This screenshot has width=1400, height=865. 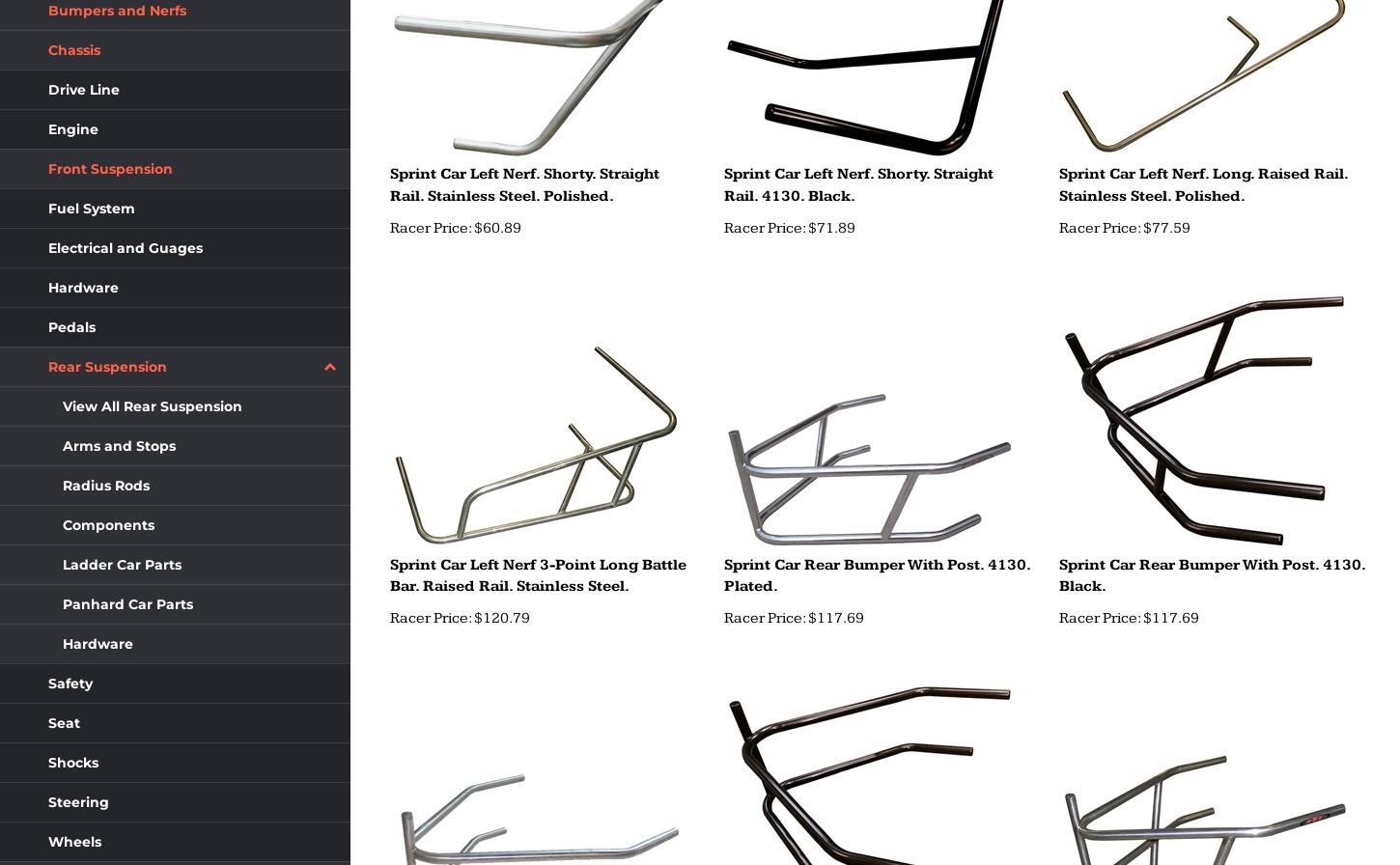 I want to click on 'Panhard Car Parts', so click(x=126, y=604).